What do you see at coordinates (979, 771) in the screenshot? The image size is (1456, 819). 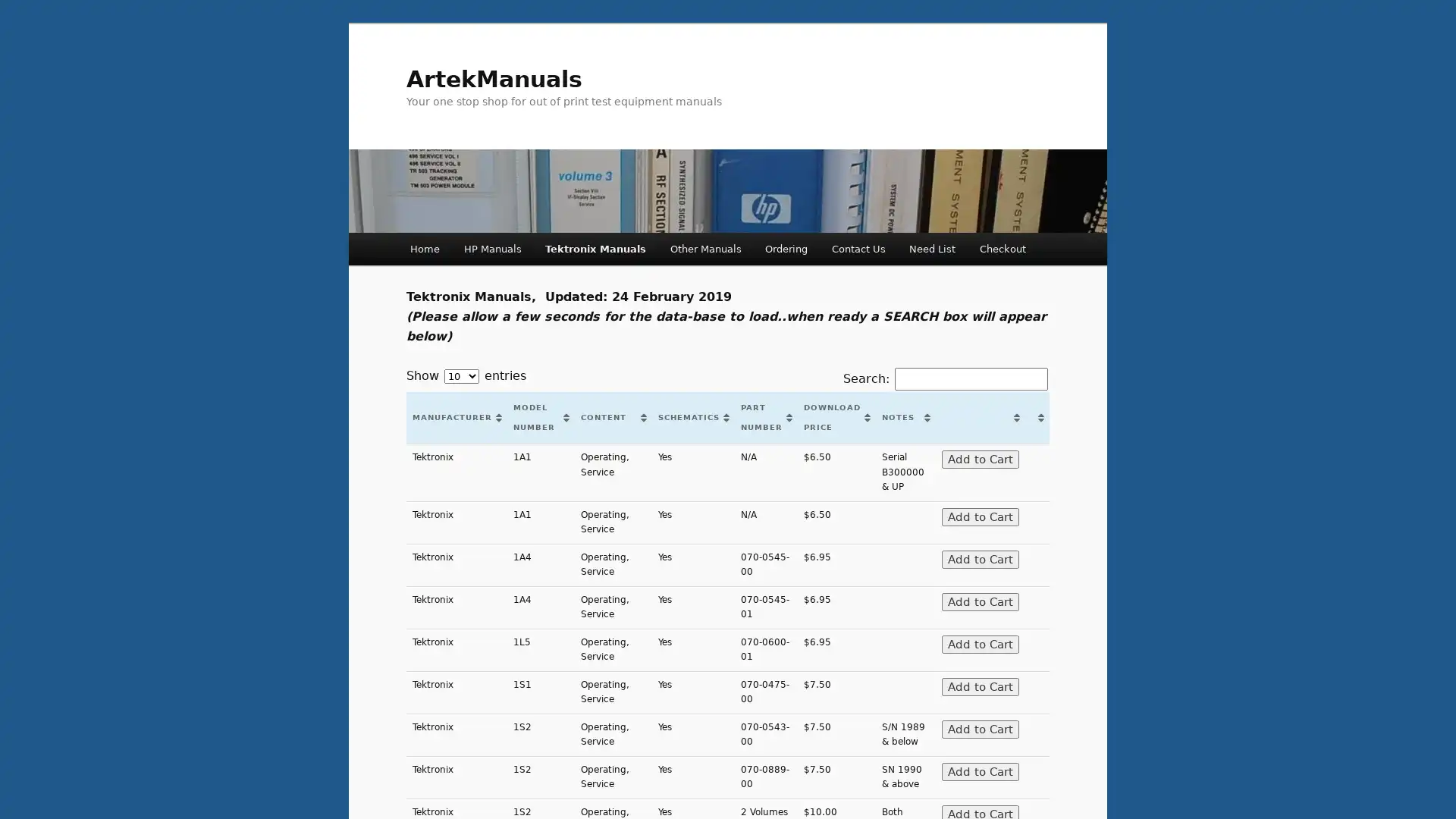 I see `Add to Cart` at bounding box center [979, 771].